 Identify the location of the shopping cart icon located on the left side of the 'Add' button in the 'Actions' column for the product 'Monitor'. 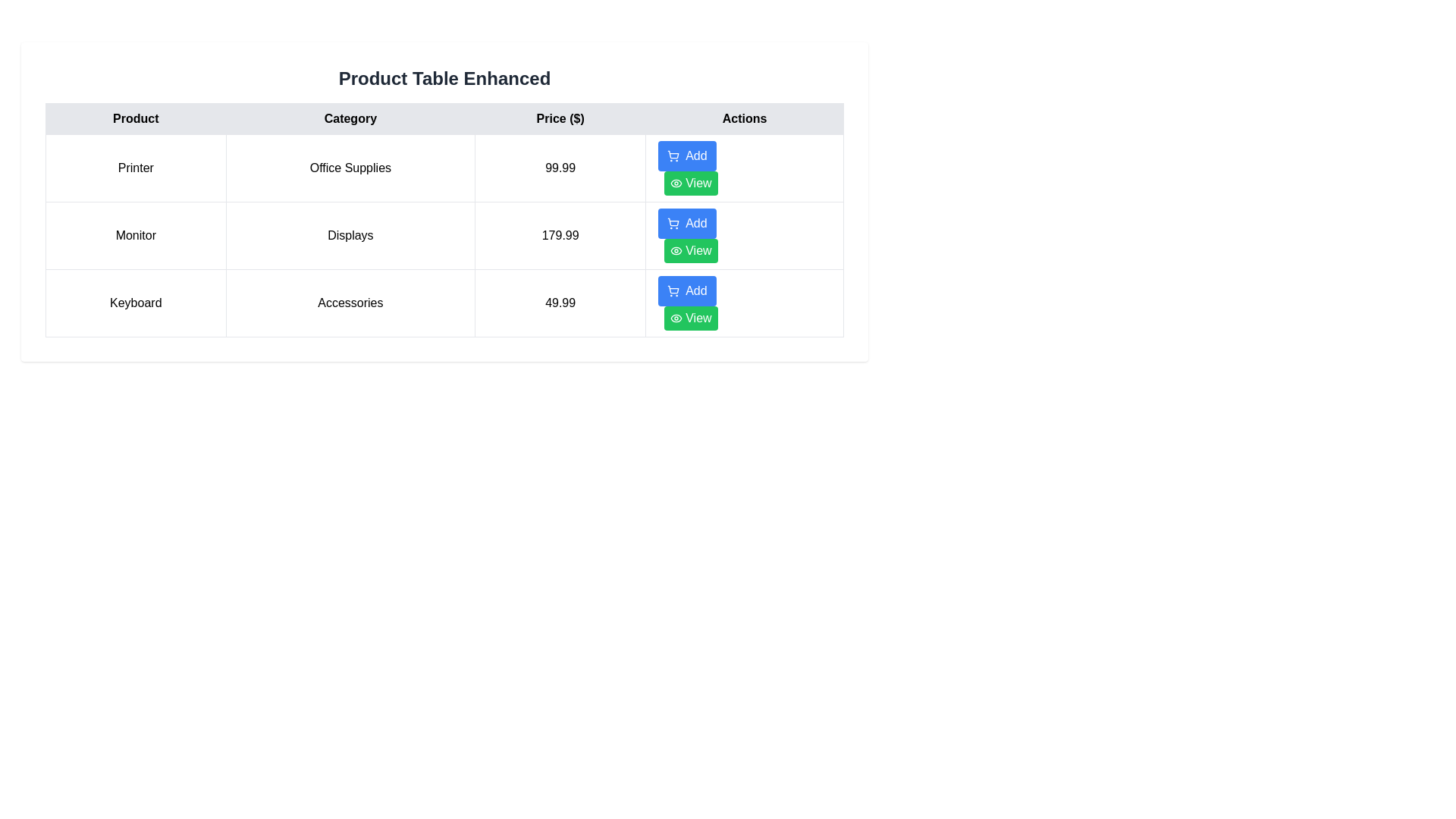
(673, 223).